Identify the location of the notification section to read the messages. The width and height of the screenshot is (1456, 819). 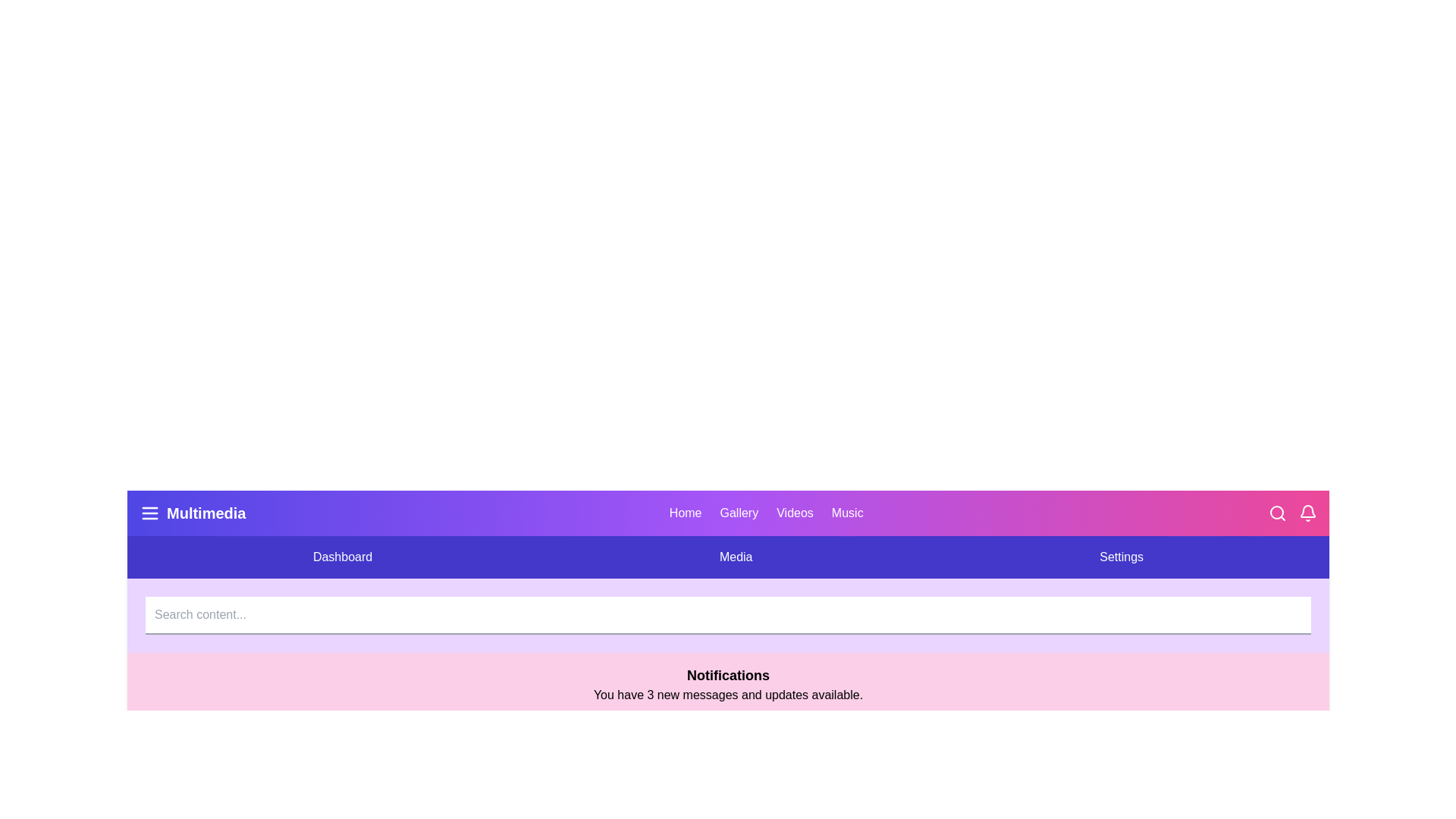
(728, 684).